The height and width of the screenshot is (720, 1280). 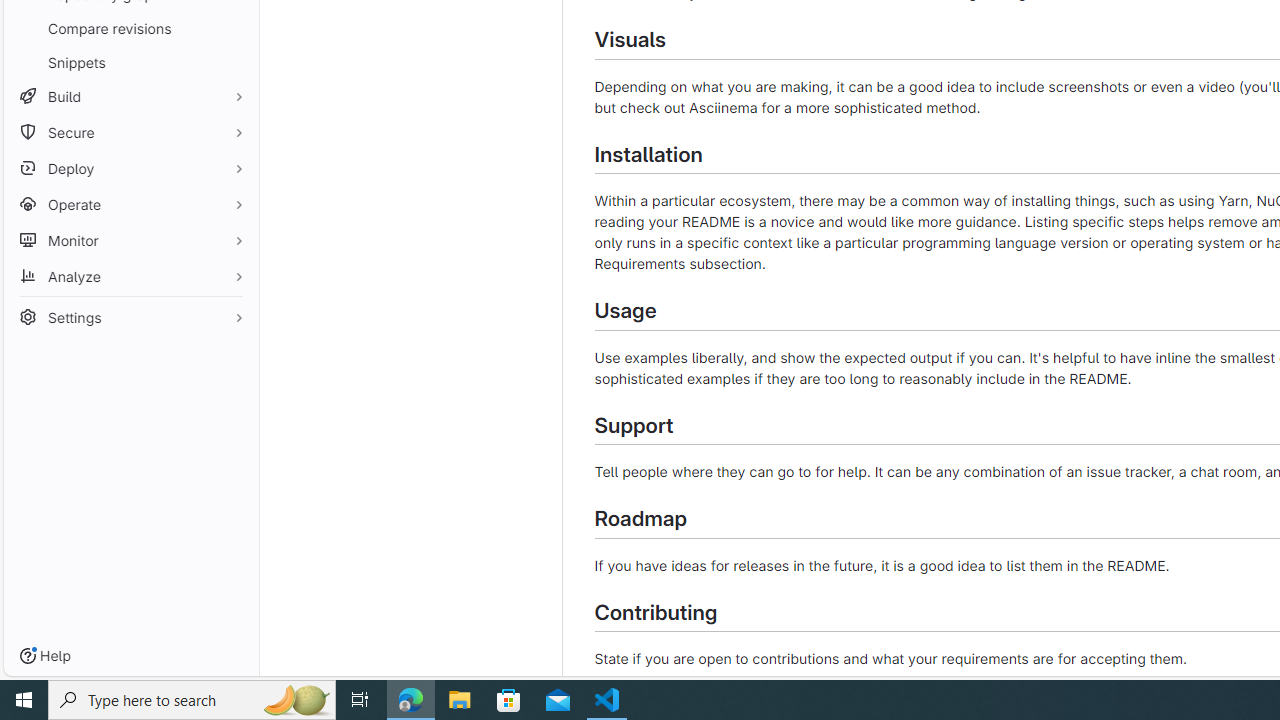 I want to click on 'Build', so click(x=130, y=96).